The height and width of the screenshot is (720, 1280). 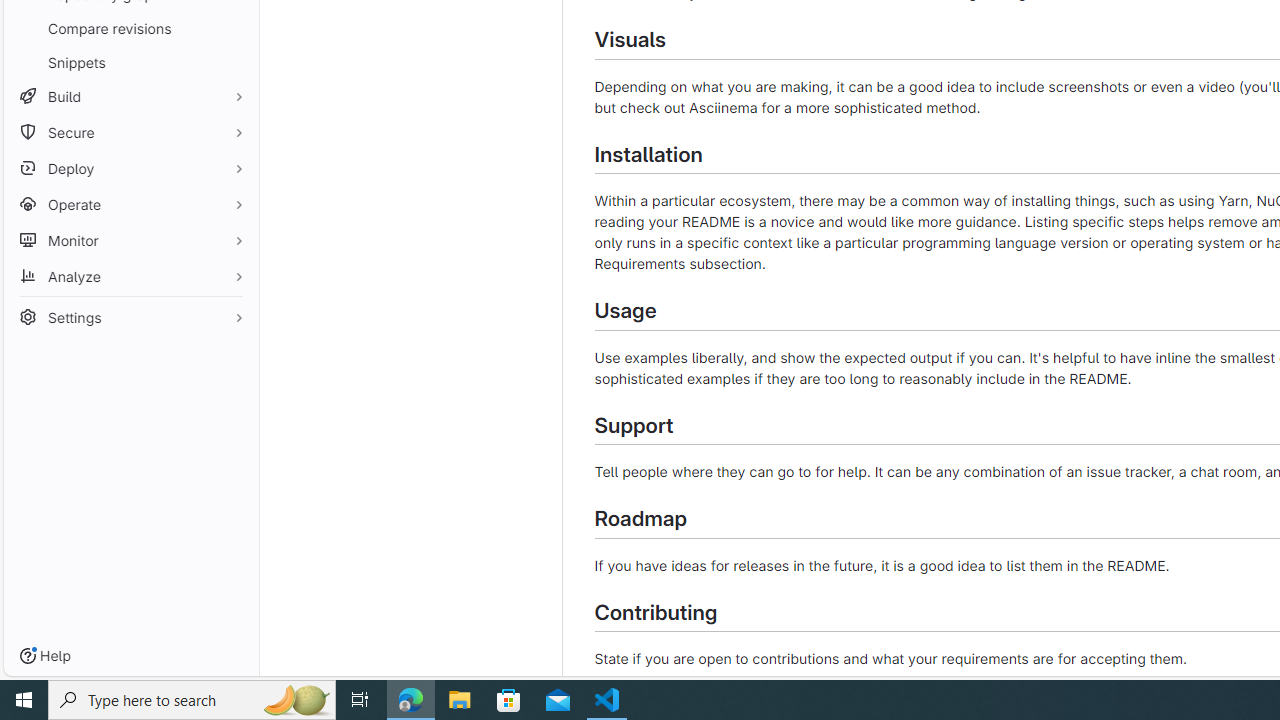 I want to click on 'Build', so click(x=130, y=96).